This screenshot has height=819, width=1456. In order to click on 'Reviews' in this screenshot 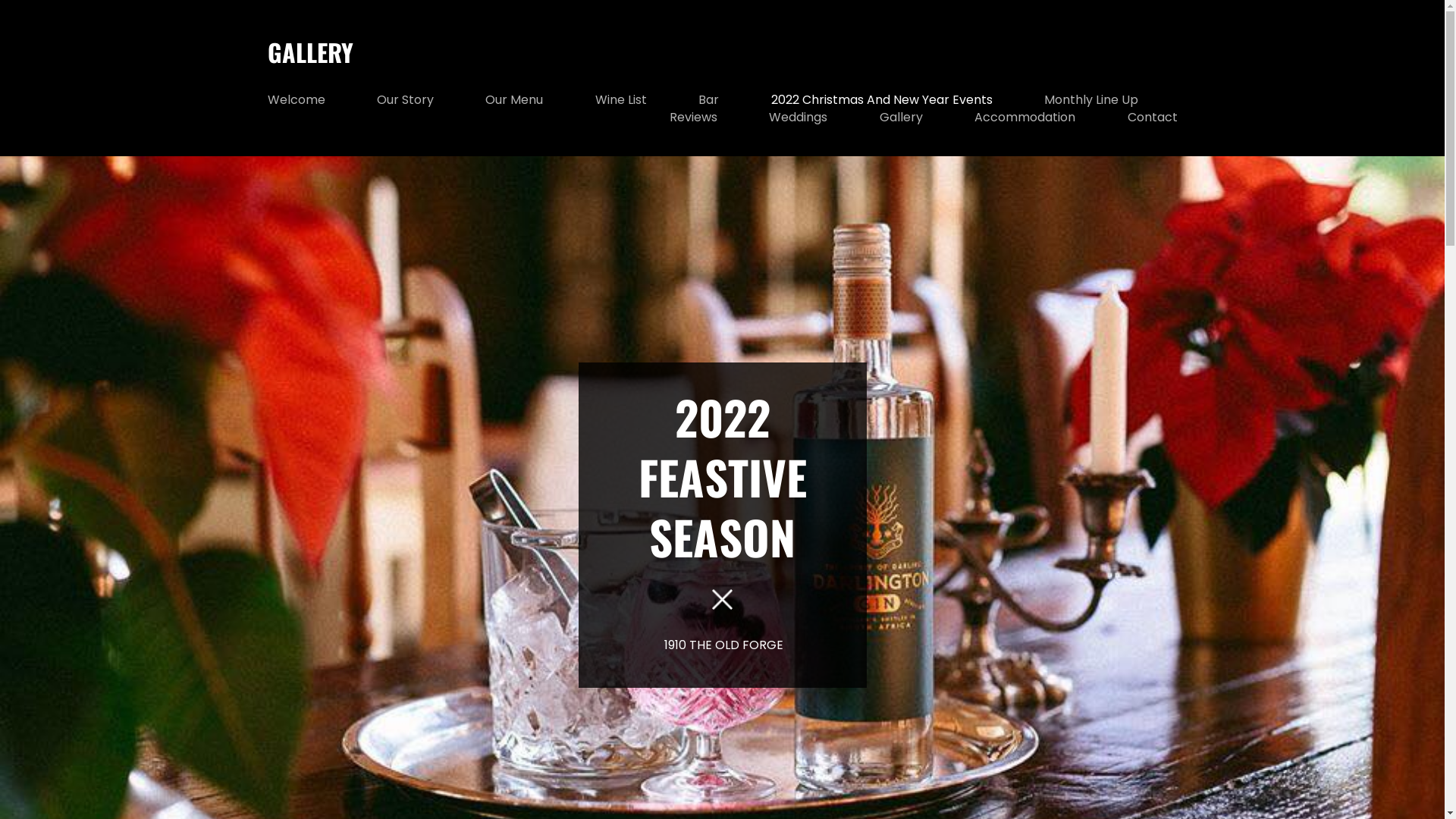, I will do `click(692, 116)`.